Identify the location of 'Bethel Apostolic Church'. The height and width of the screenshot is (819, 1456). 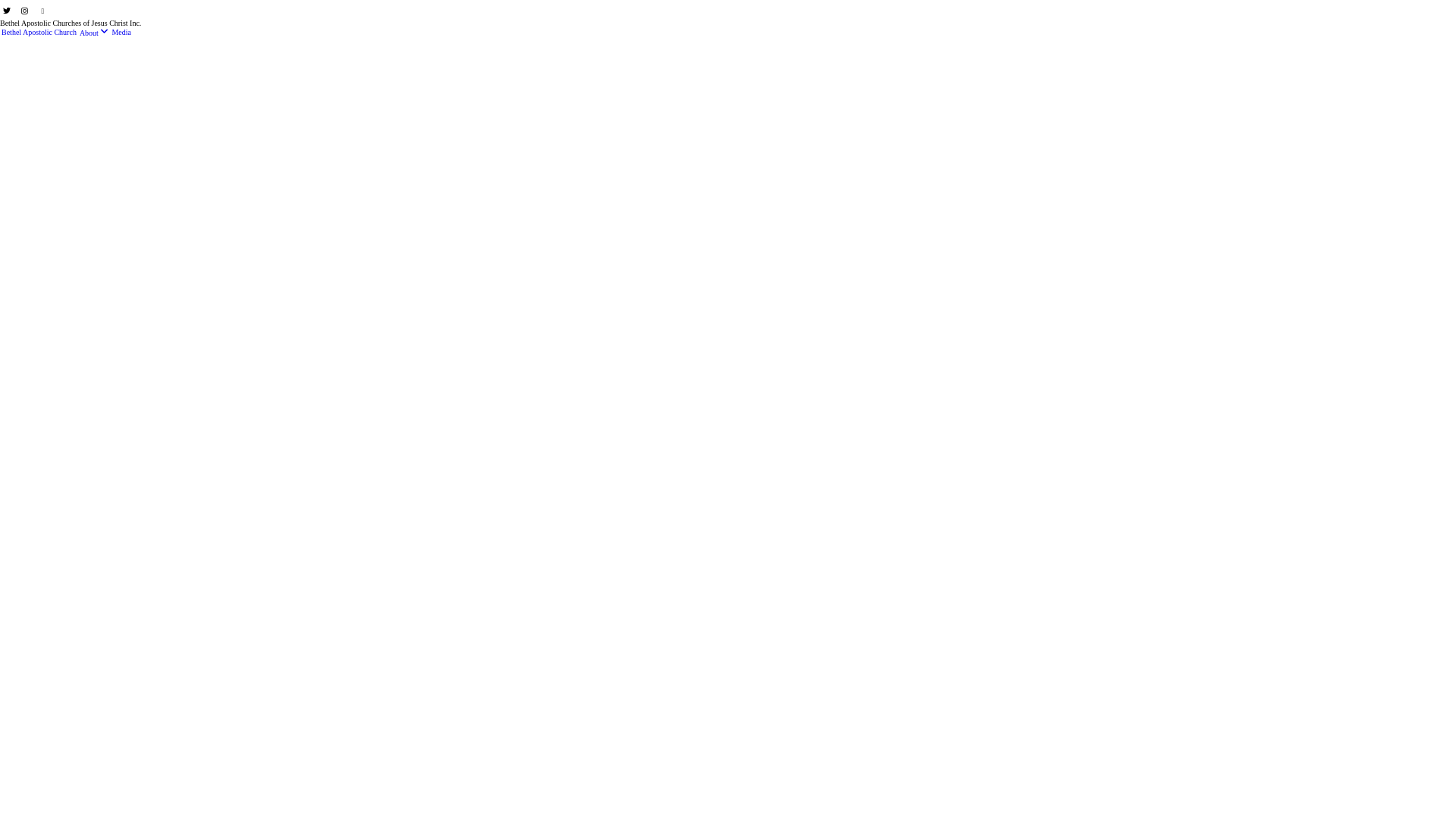
(39, 32).